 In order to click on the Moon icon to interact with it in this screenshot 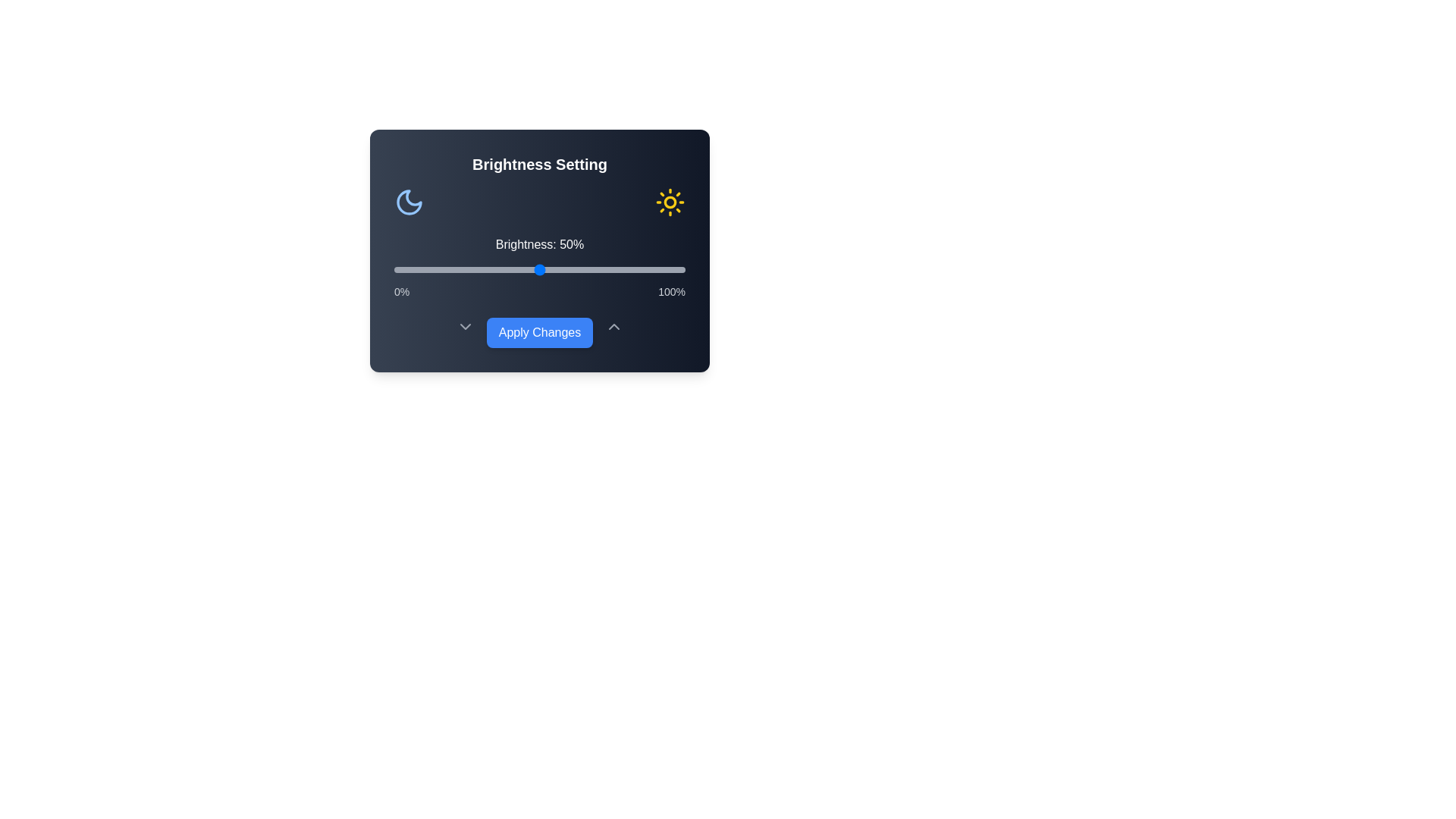, I will do `click(409, 201)`.